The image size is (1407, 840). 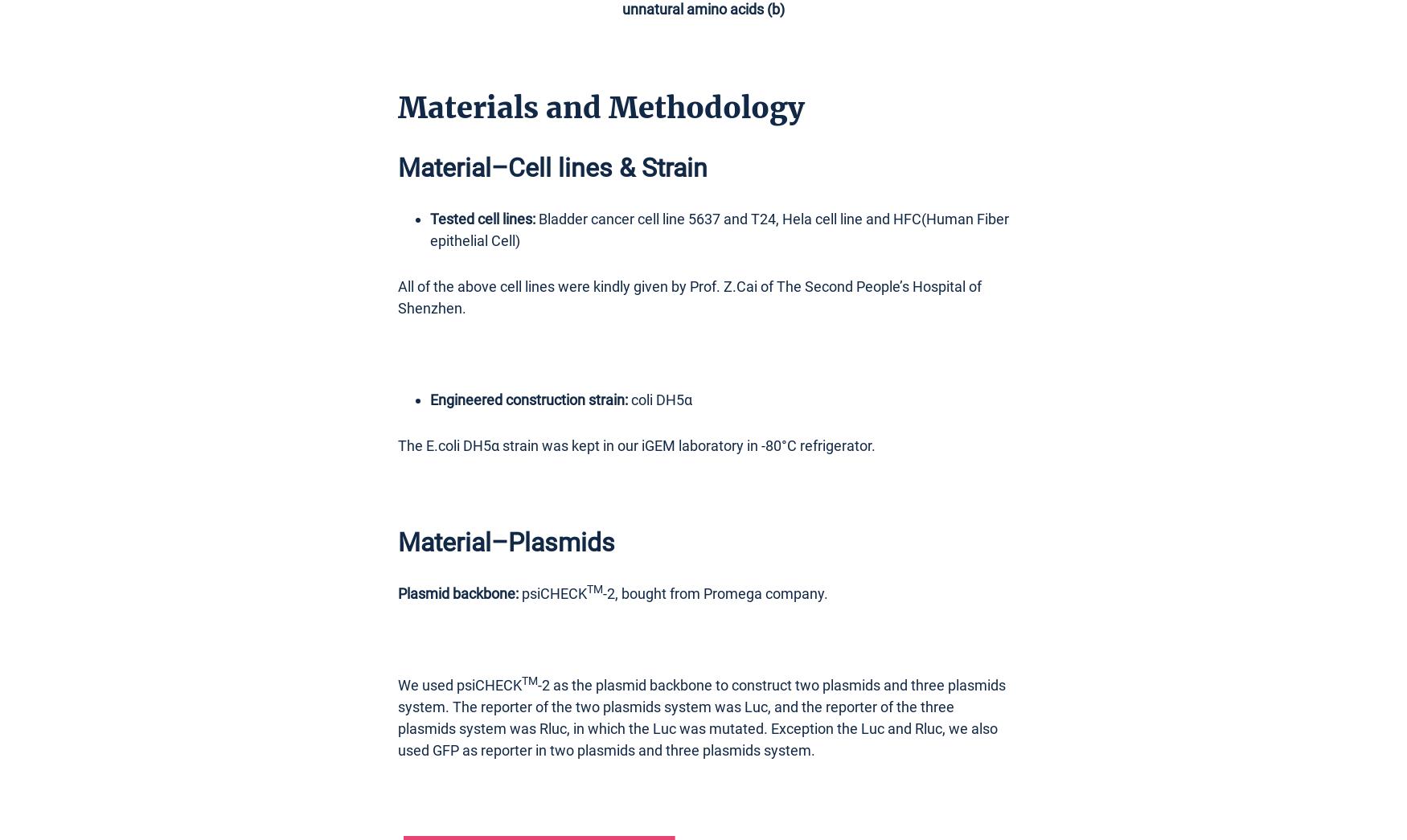 I want to click on 'coli DH5α', so click(x=662, y=398).